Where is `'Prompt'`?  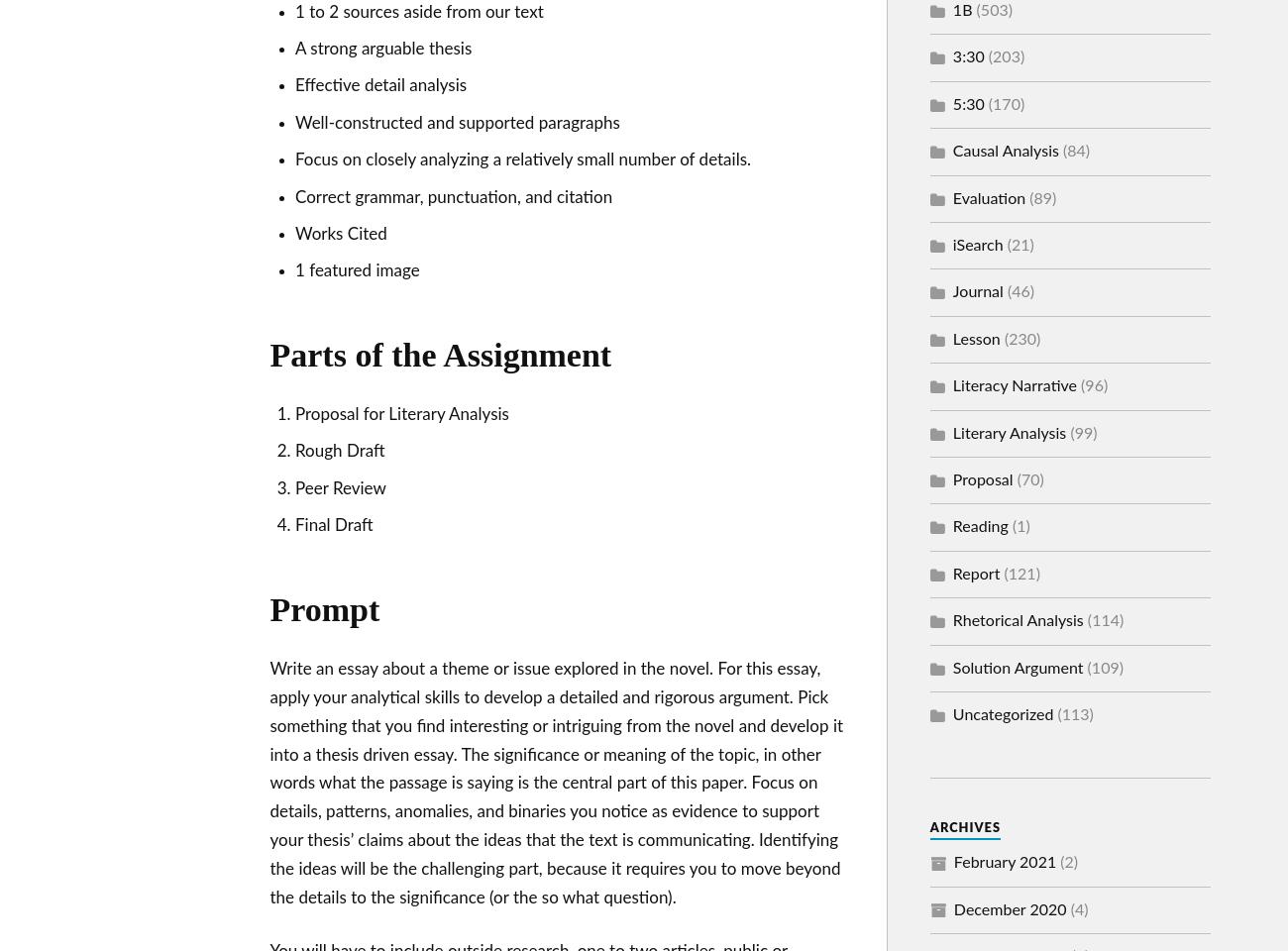
'Prompt' is located at coordinates (268, 608).